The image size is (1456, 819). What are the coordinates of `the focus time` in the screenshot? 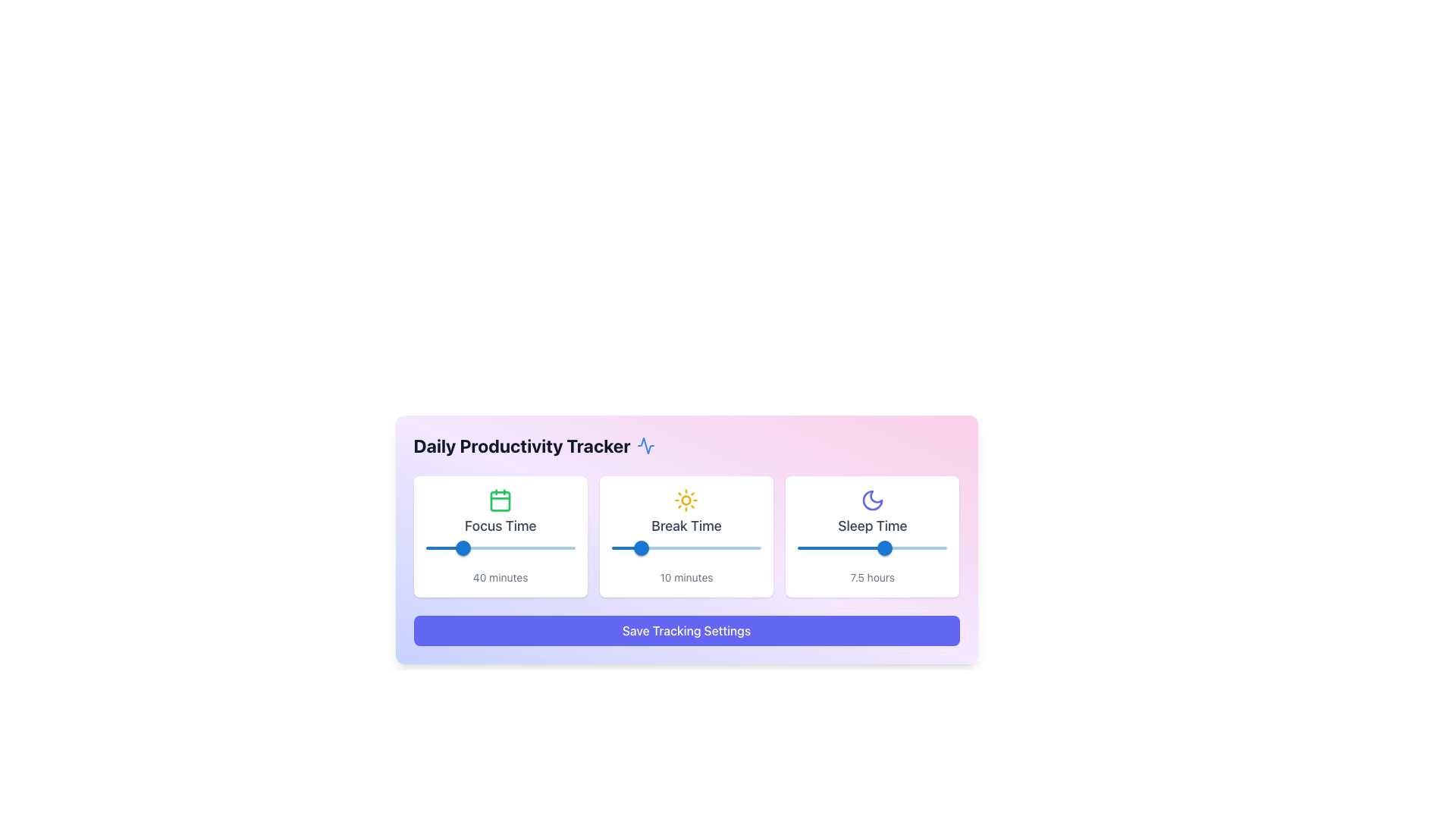 It's located at (454, 548).